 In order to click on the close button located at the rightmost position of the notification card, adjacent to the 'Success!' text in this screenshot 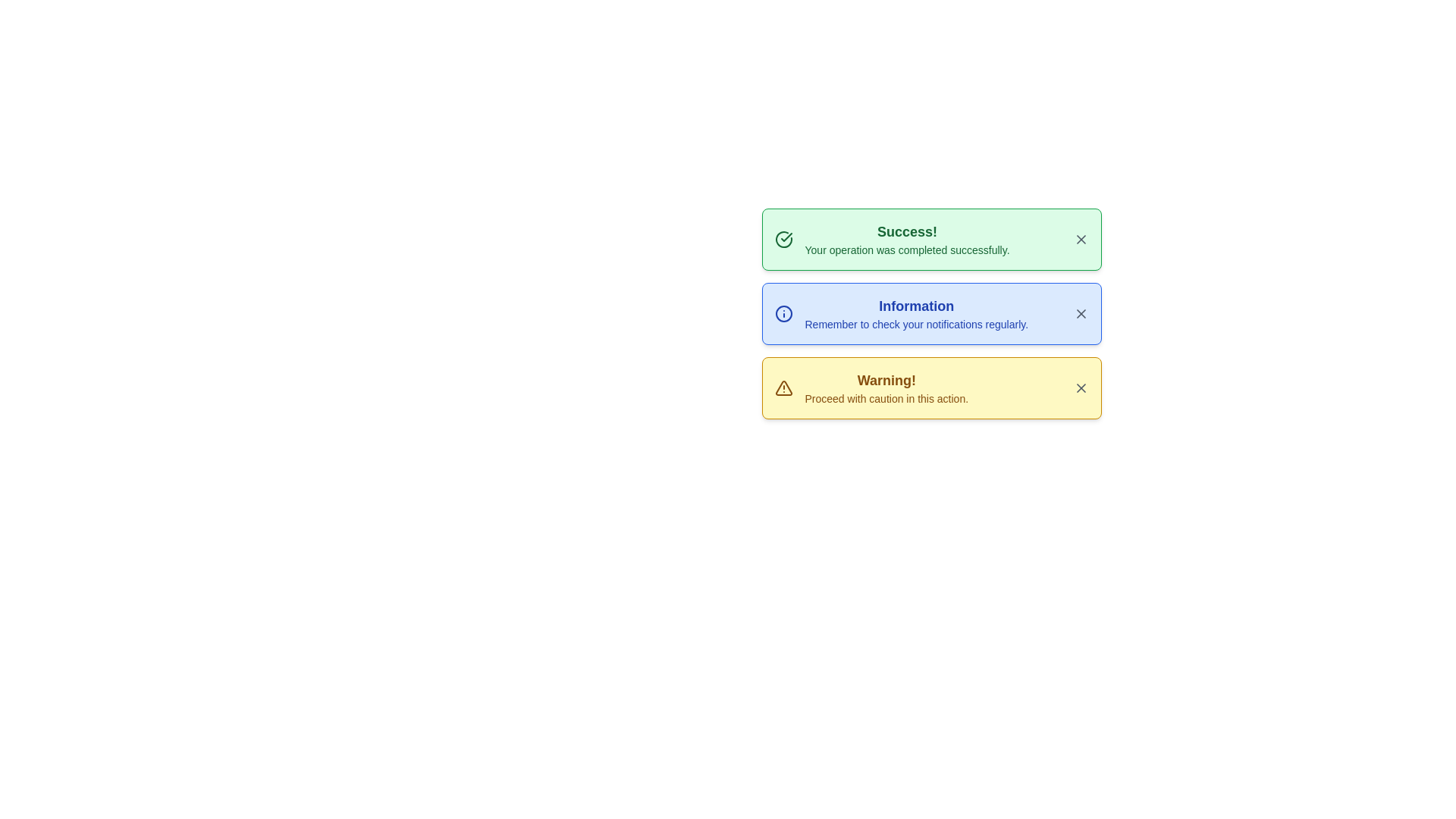, I will do `click(1080, 239)`.